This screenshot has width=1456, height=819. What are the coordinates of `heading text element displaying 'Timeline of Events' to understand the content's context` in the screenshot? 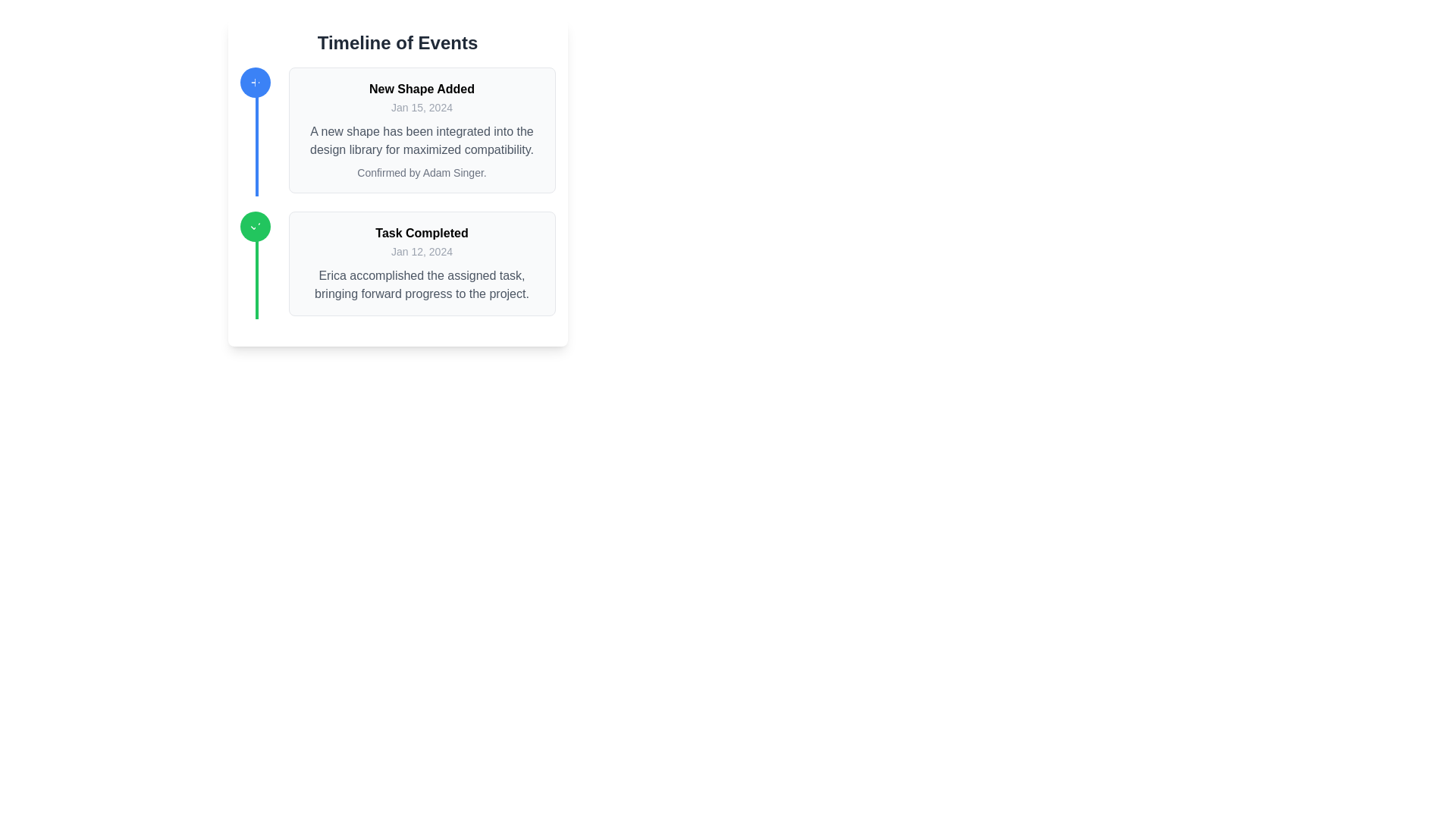 It's located at (397, 42).